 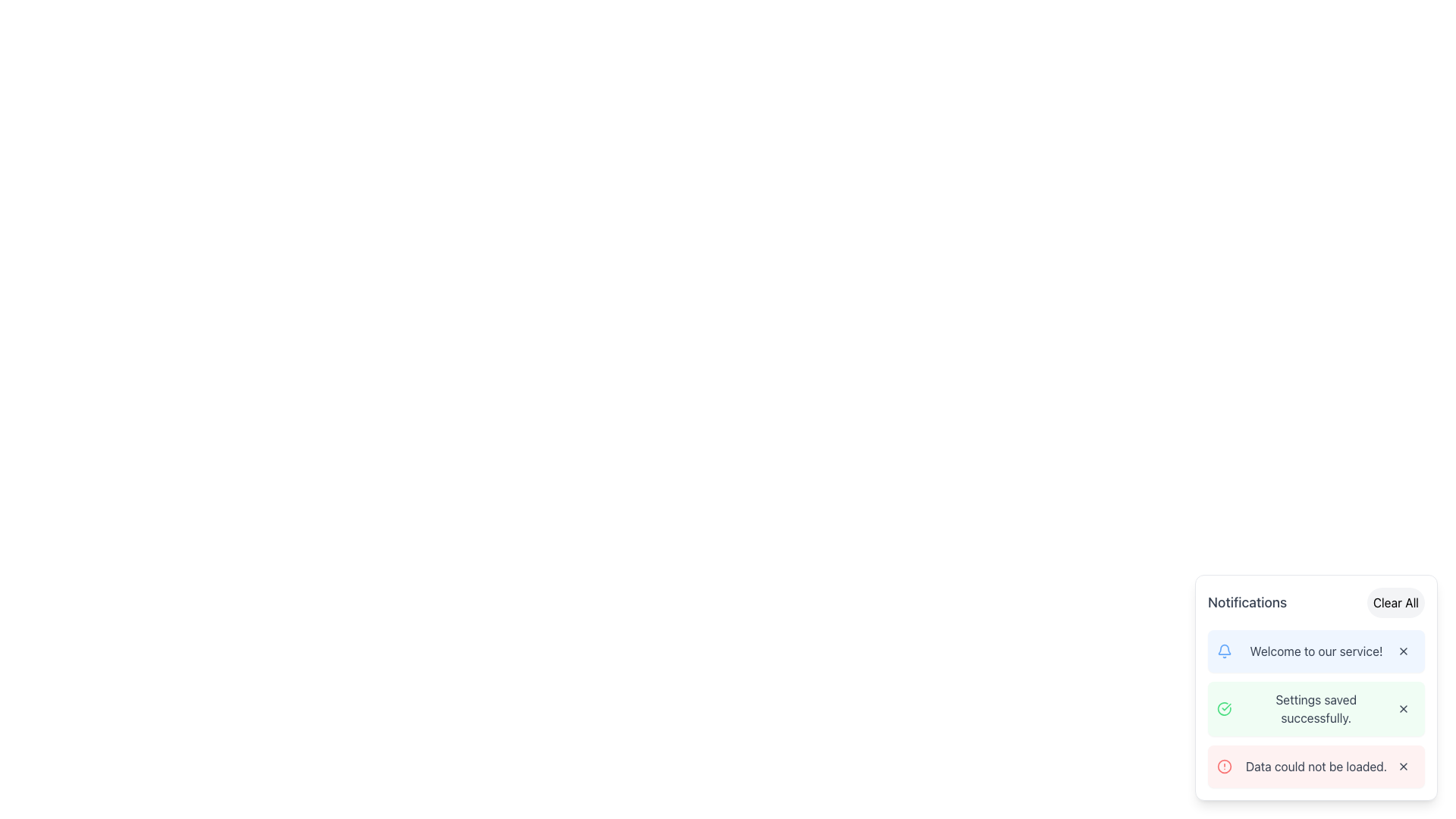 What do you see at coordinates (1316, 708) in the screenshot?
I see `contents of the notification message with a light green background that says 'Settings saved successfully.'` at bounding box center [1316, 708].